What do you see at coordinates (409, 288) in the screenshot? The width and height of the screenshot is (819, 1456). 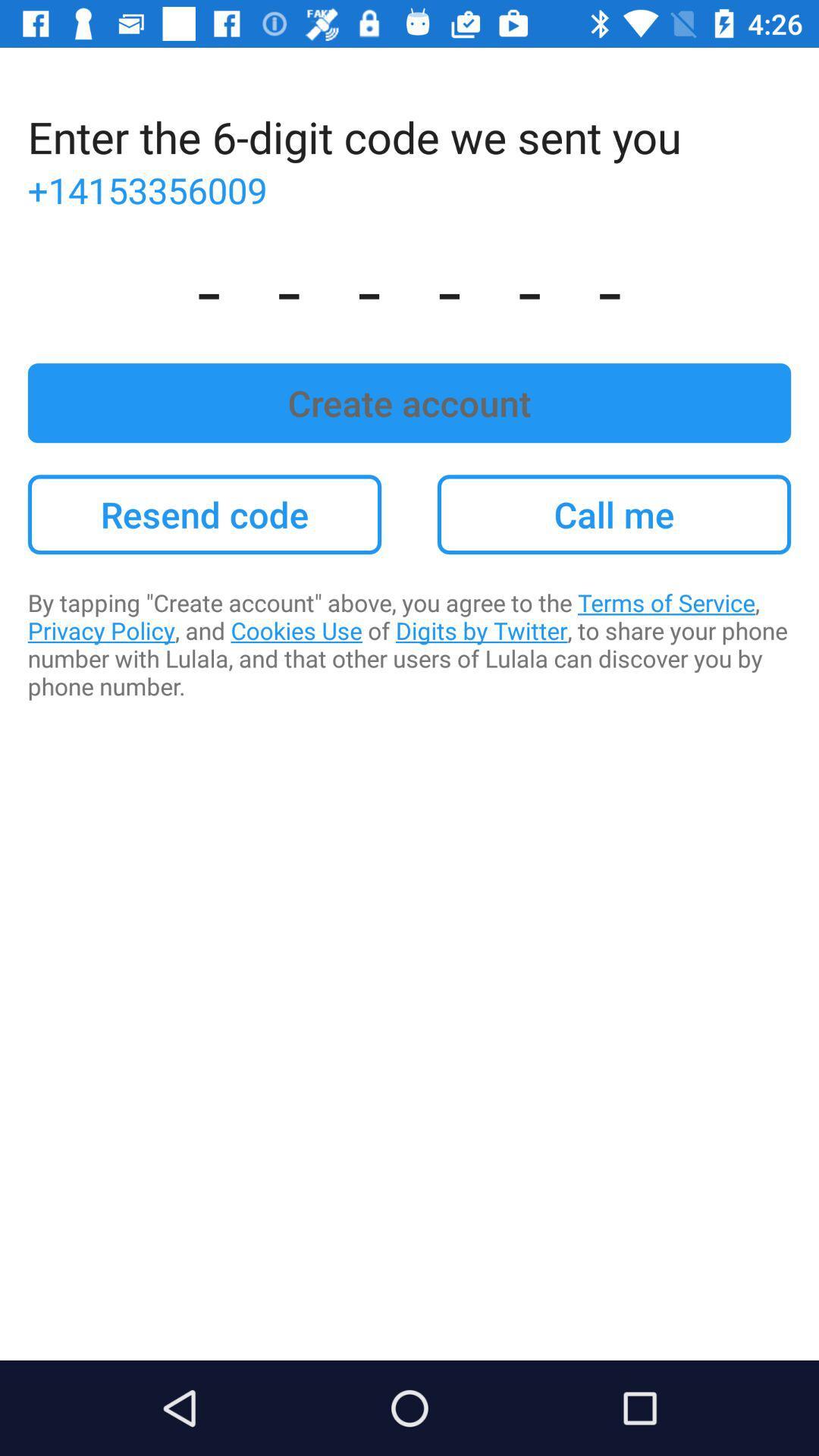 I see `app above the create account item` at bounding box center [409, 288].